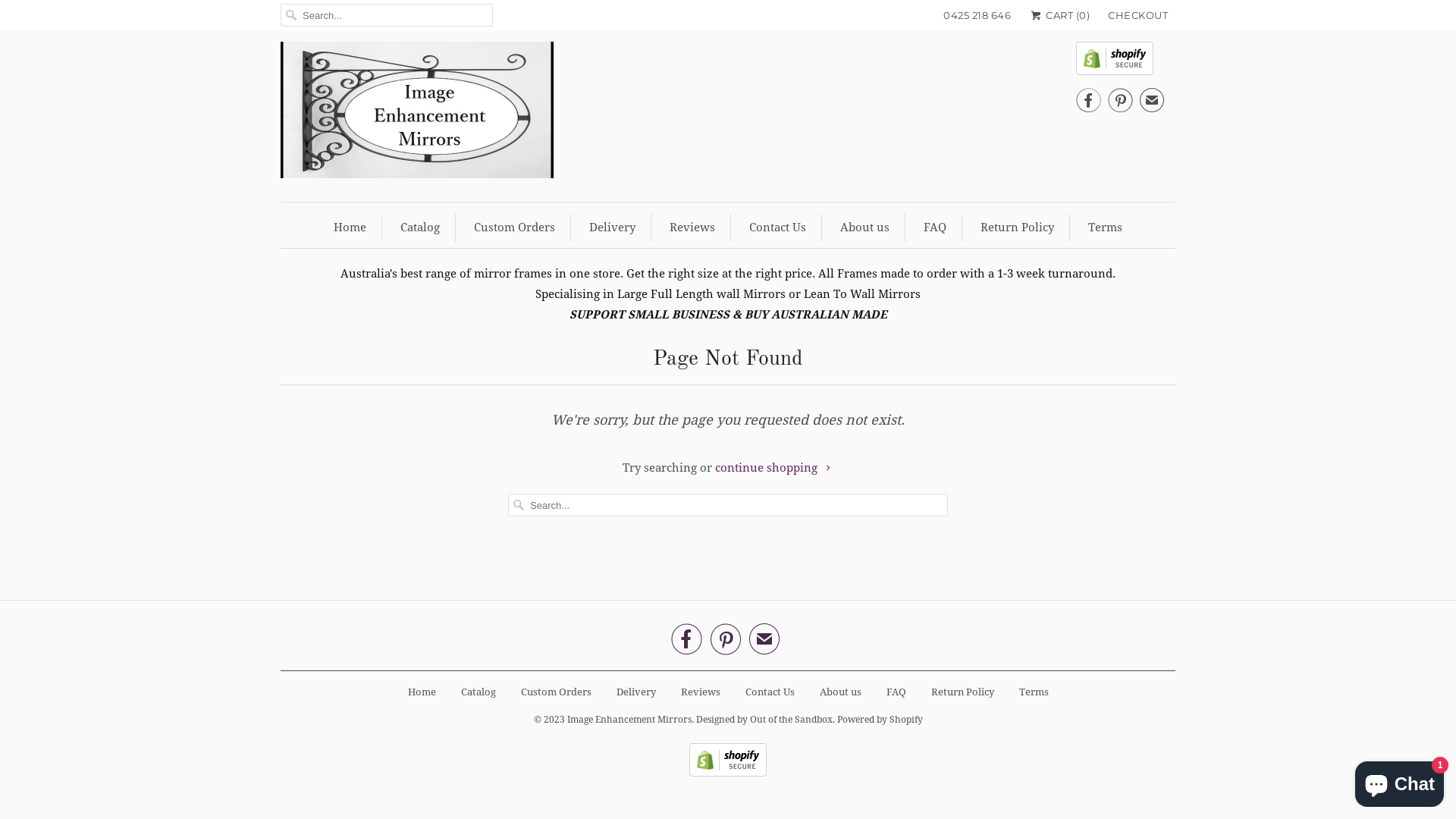  Describe the element at coordinates (777, 227) in the screenshot. I see `'Contact Us'` at that location.